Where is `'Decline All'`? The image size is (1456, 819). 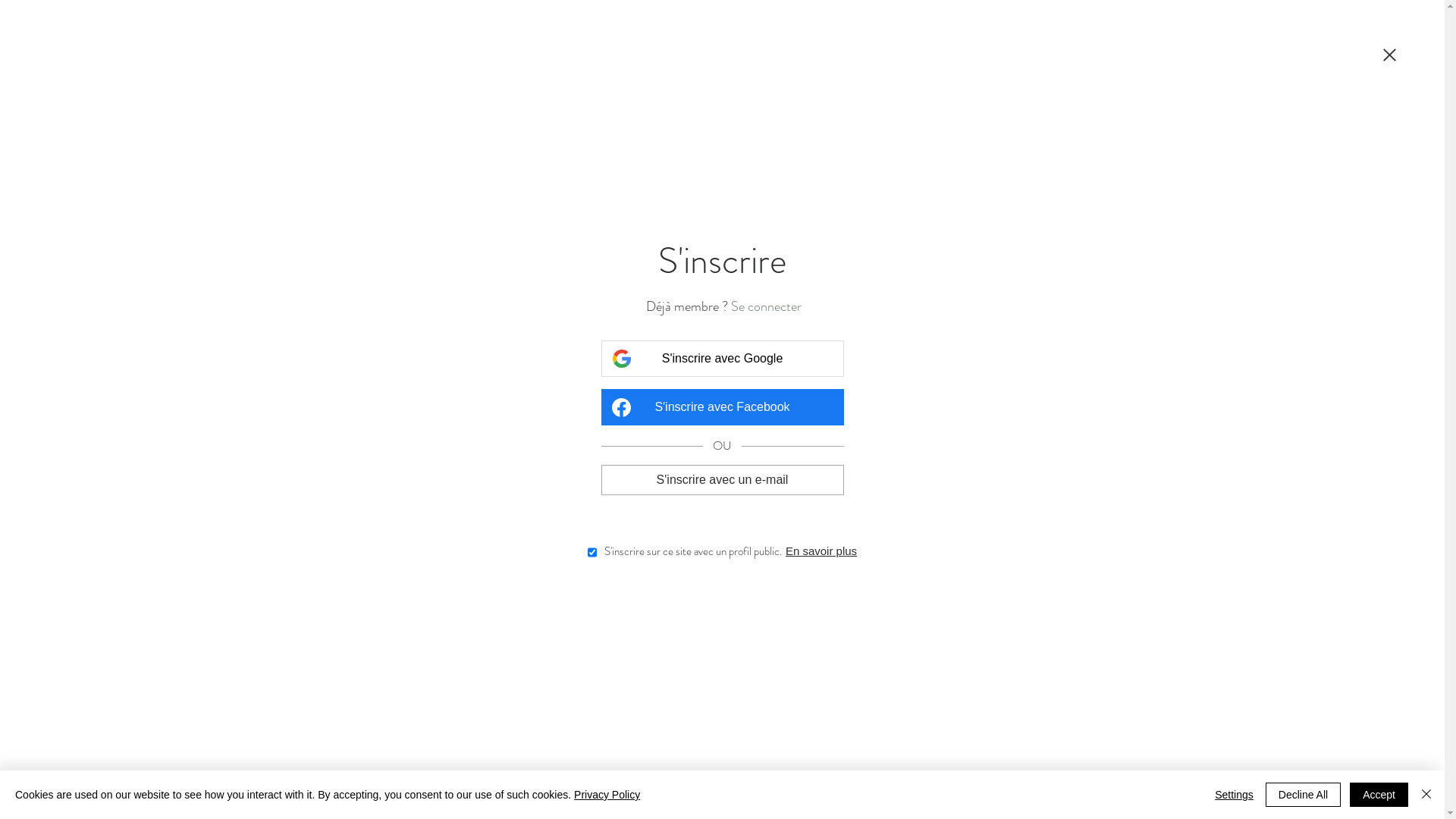 'Decline All' is located at coordinates (1302, 794).